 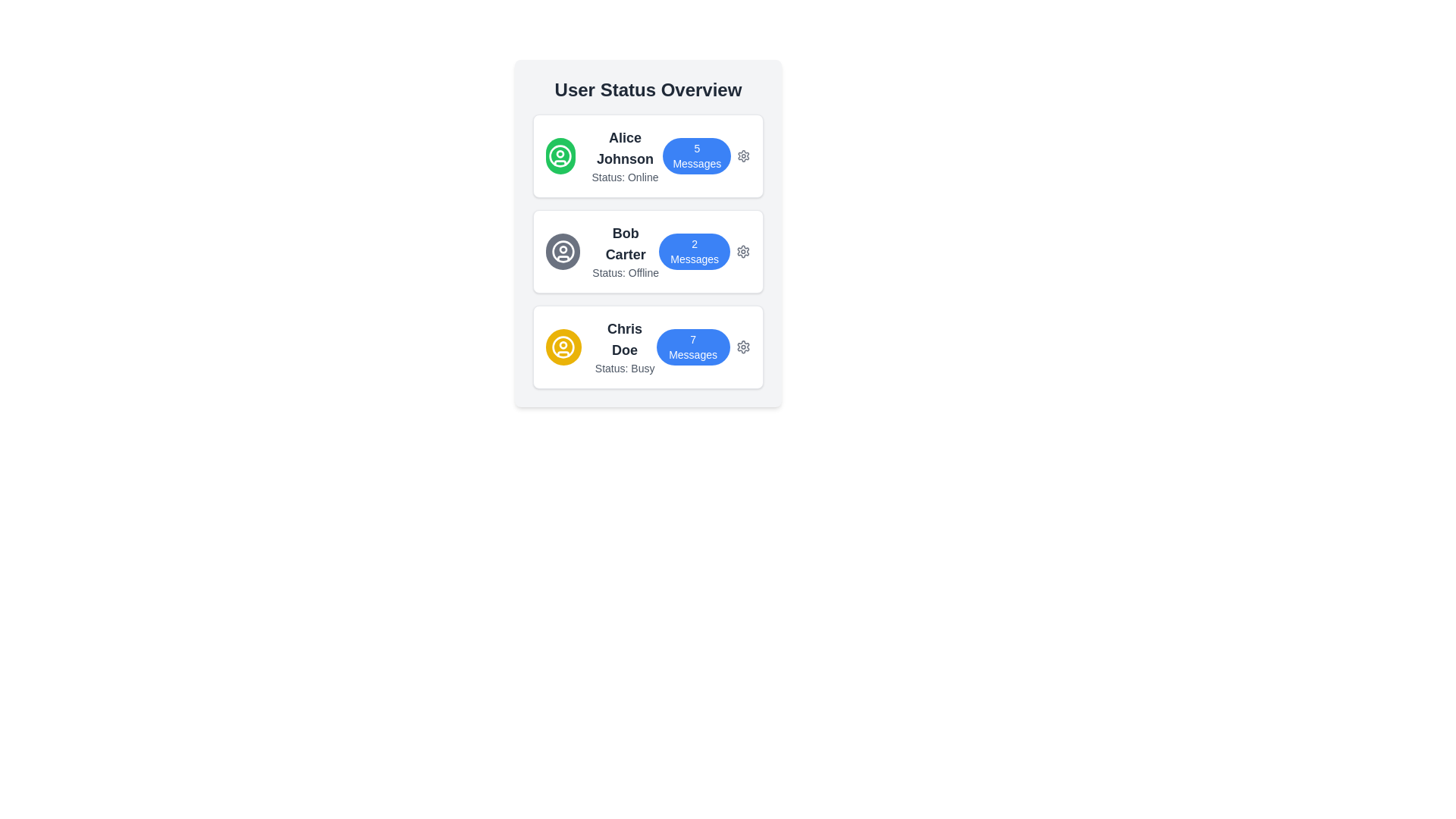 I want to click on the user 'Bob Carter' icon, which is the second item in a vertically stacked list, visually representing his avatar or profile picture, so click(x=562, y=250).